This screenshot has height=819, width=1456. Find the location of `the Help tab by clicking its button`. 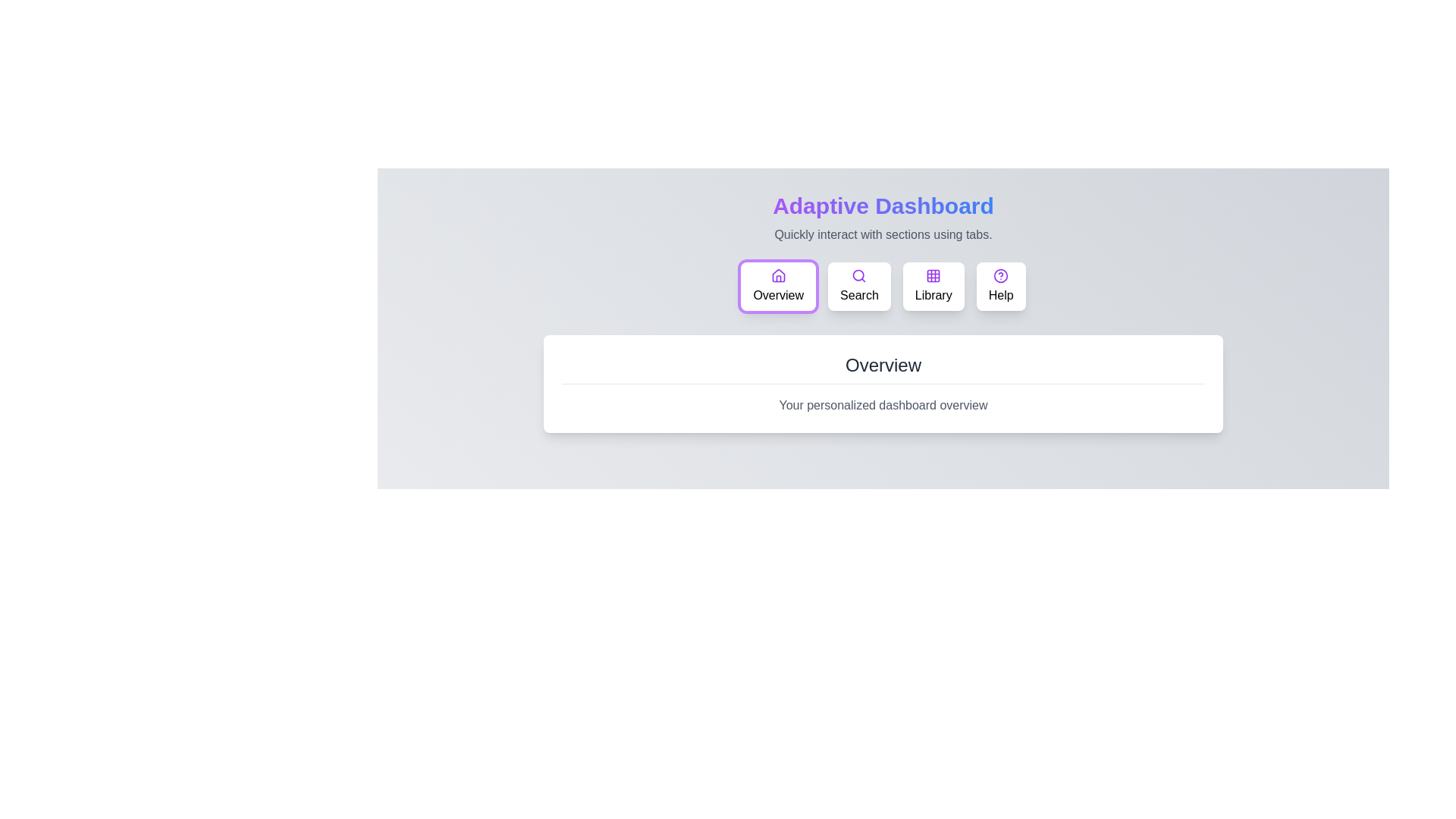

the Help tab by clicking its button is located at coordinates (1001, 287).